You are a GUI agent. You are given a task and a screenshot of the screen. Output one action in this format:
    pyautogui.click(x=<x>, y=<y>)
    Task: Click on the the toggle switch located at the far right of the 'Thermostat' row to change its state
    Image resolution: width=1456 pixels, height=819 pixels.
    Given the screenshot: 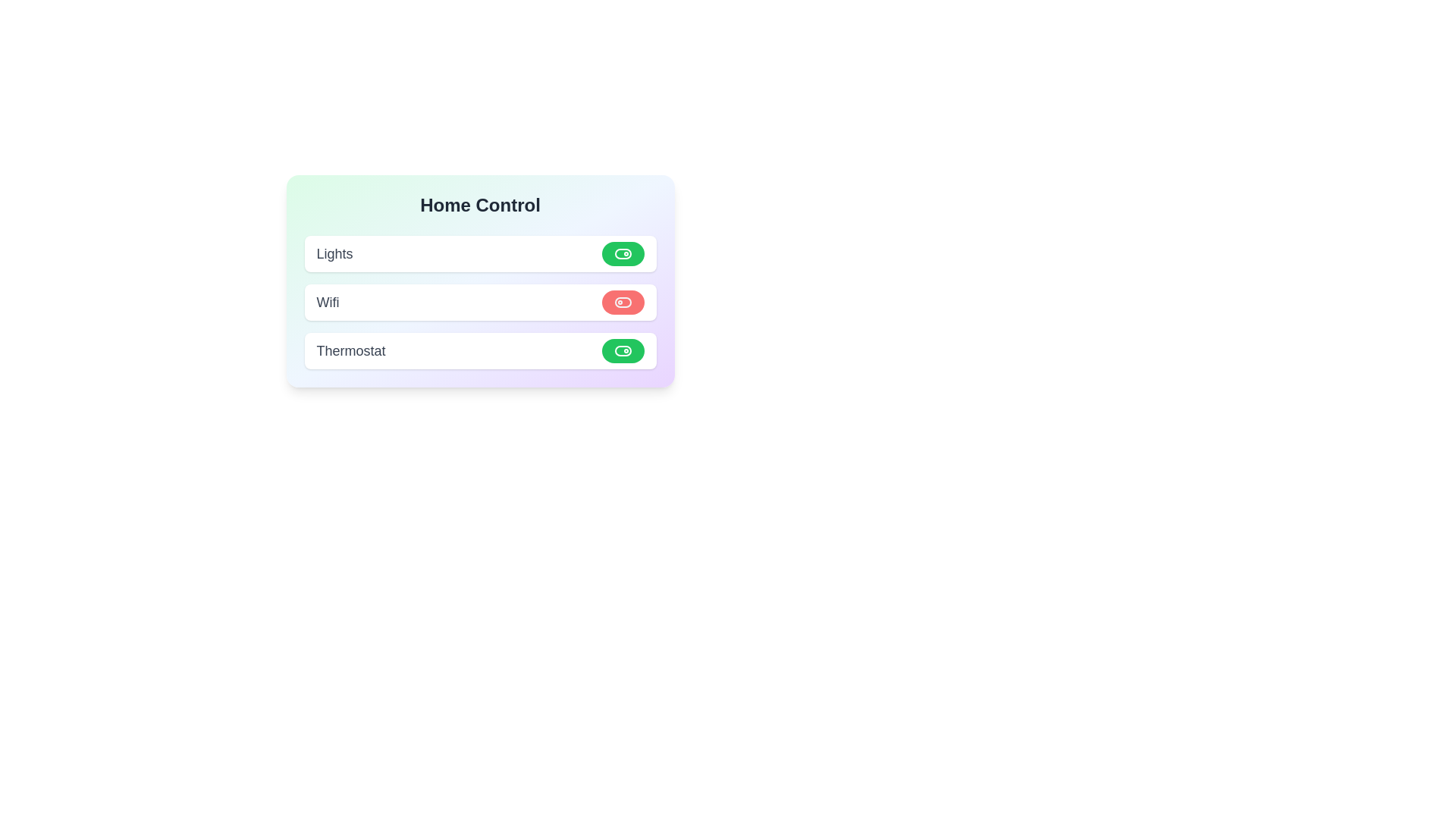 What is the action you would take?
    pyautogui.click(x=623, y=350)
    